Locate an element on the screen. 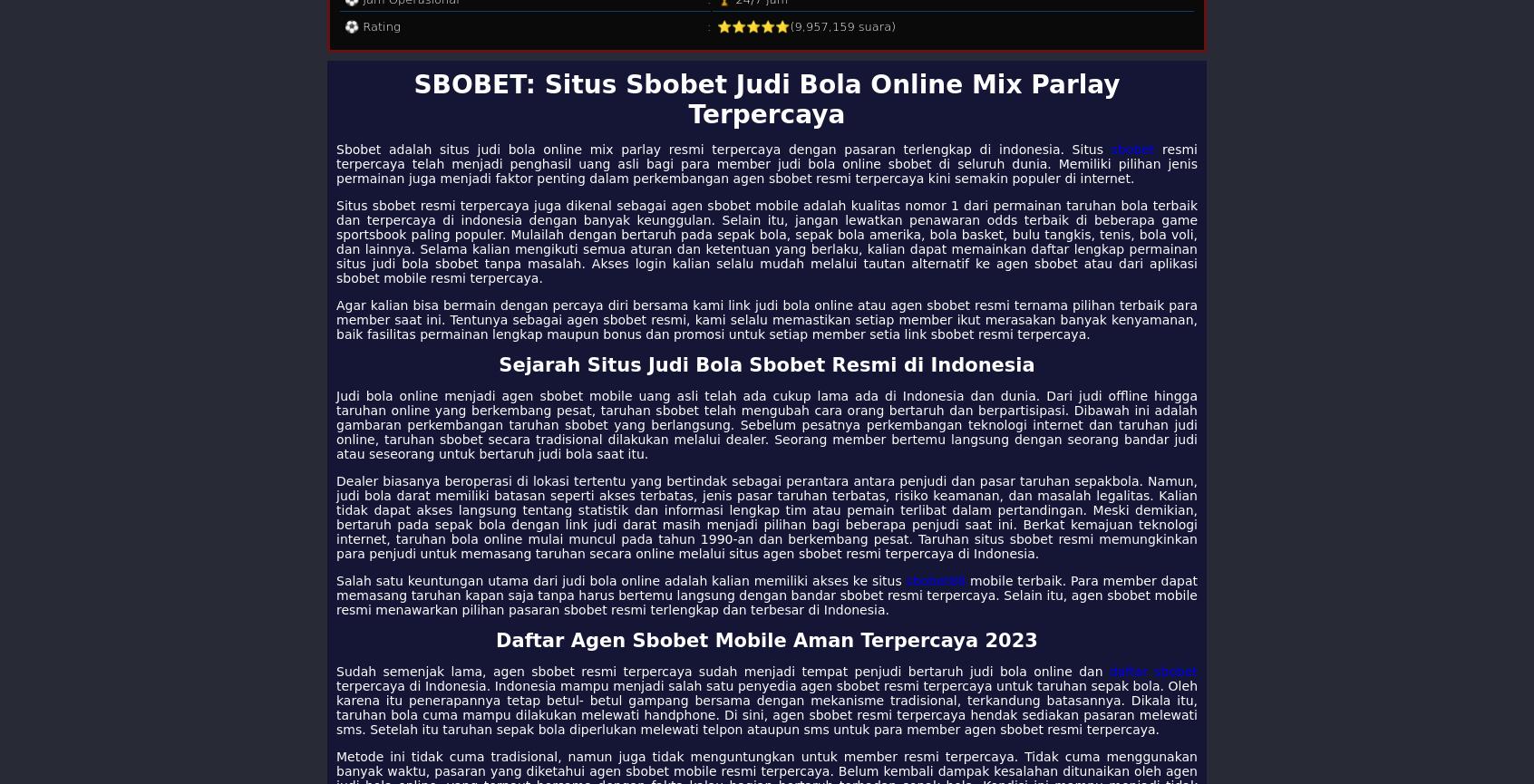 Image resolution: width=1534 pixels, height=784 pixels. 'Dealer biasanya beroperasi di lokasi tertentu yang bertindak sebagai perantara antara penjudi dan pasar taruhan sepakbola. Namun, judi bola darat memiliki batasan seperti akses terbatas, jenis pasar taruhan terbatas, risiko keamanan, dan masalah legalitas. Kalian tidak dapat akses langsung tentang statistik dan informasi lengkap tim atau pemain terlibat dalam pertandingan. Meski demikian, bertaruh pada sepak bola dengan link judi darat masih menjadi pilihan bagi beberapa penjudi saat ini. Berkat kemajuan teknologi internet, taruhan bola online mulai muncul pada tahun 1990-an dan berkembang pesat. Taruhan situs sbobet resmi memungkinkan para penjudi untuk memasang taruhan secara online melalui situs agen sbobet resmi terpercaya di Indonesia.' is located at coordinates (767, 516).